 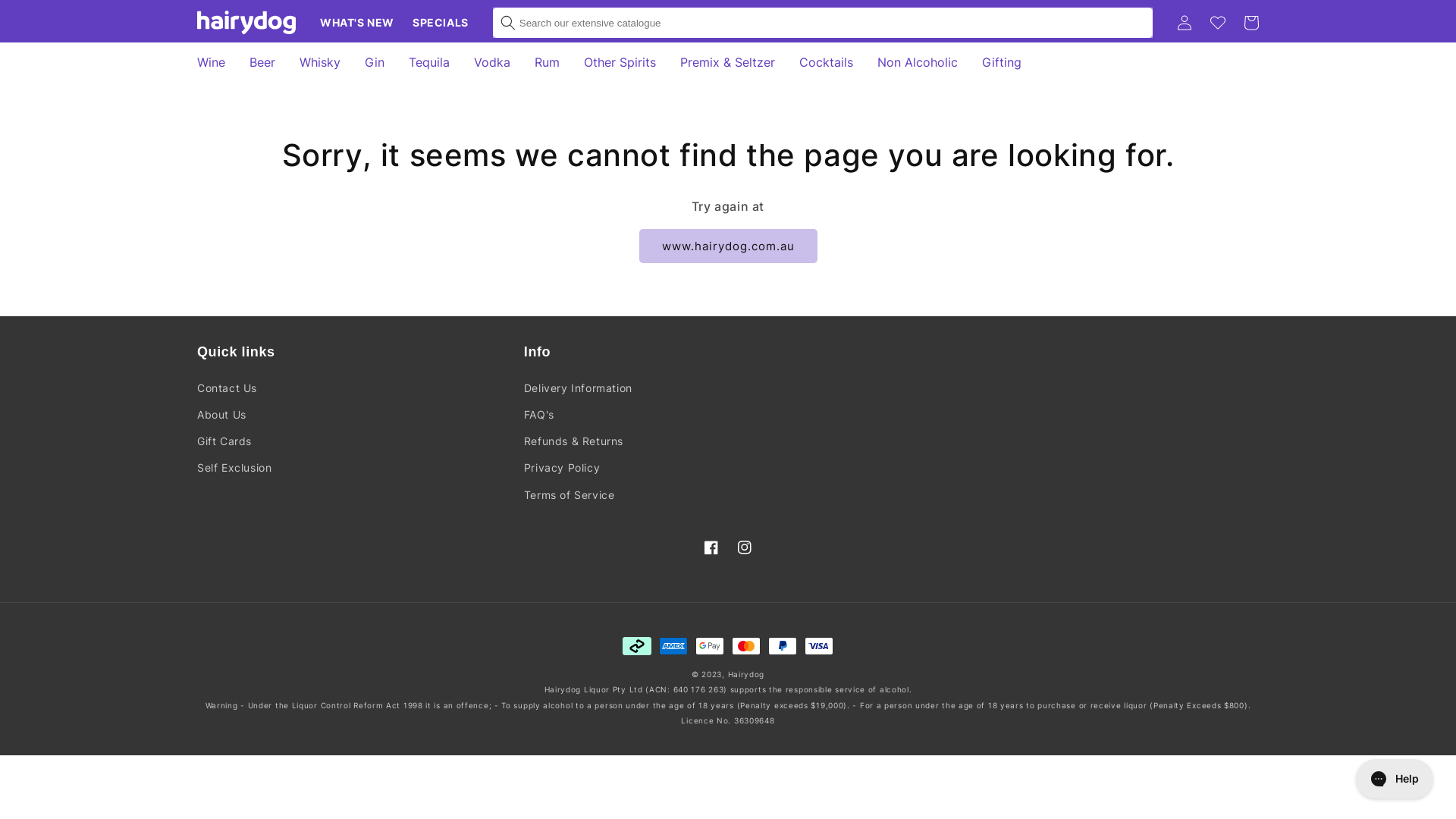 What do you see at coordinates (568, 494) in the screenshot?
I see `'Terms of Service'` at bounding box center [568, 494].